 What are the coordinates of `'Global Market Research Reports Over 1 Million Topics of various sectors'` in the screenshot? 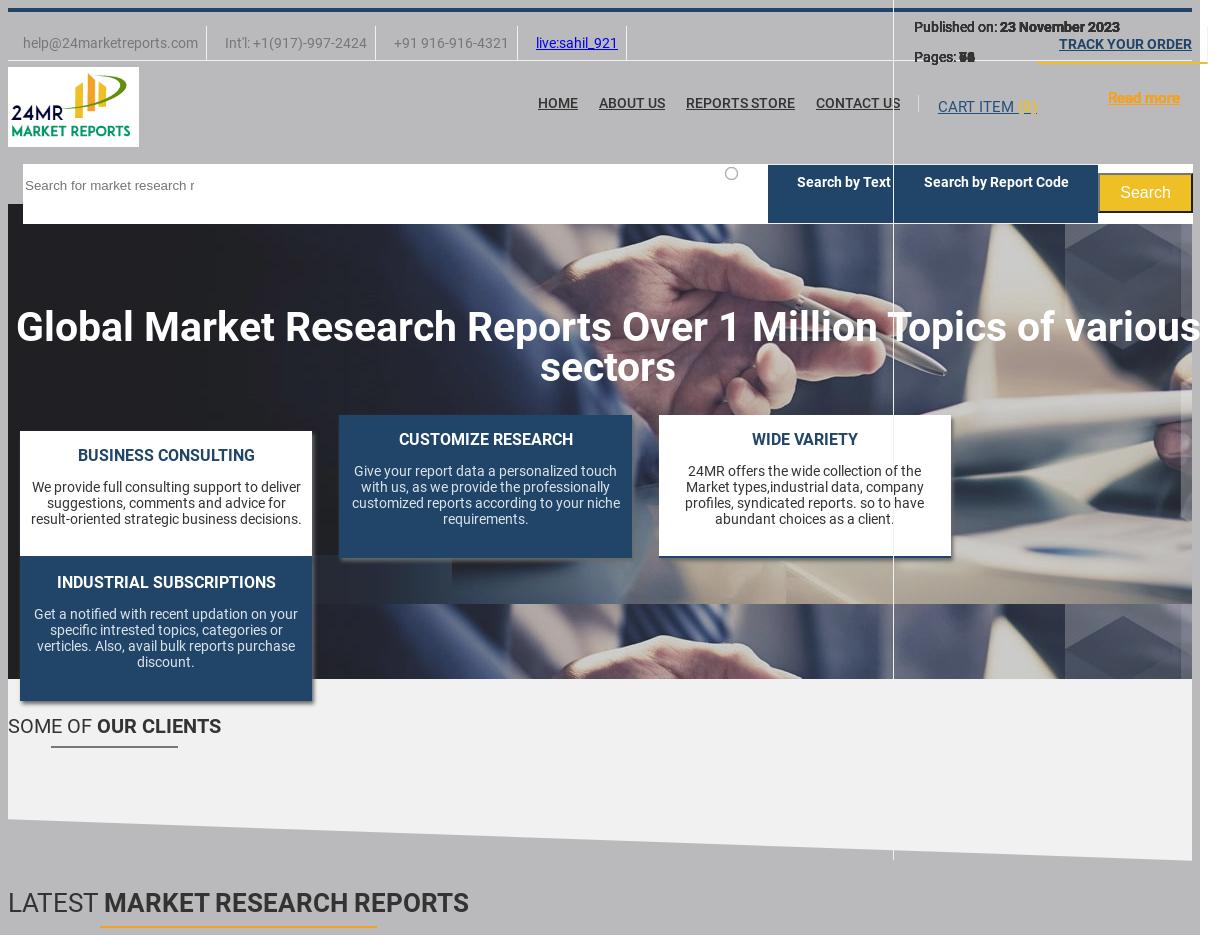 It's located at (13, 345).